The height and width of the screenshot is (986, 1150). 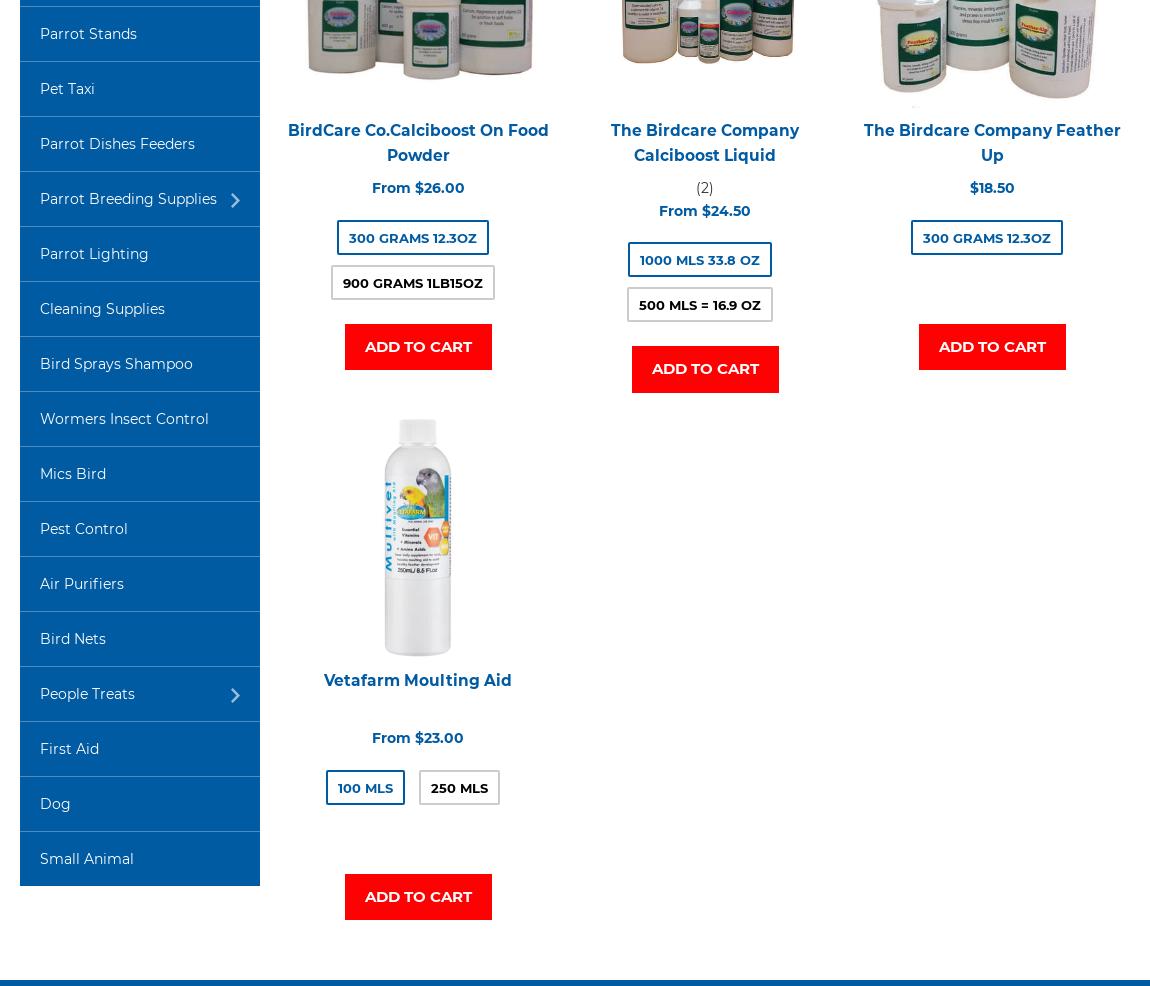 I want to click on '$18.50', so click(x=968, y=187).